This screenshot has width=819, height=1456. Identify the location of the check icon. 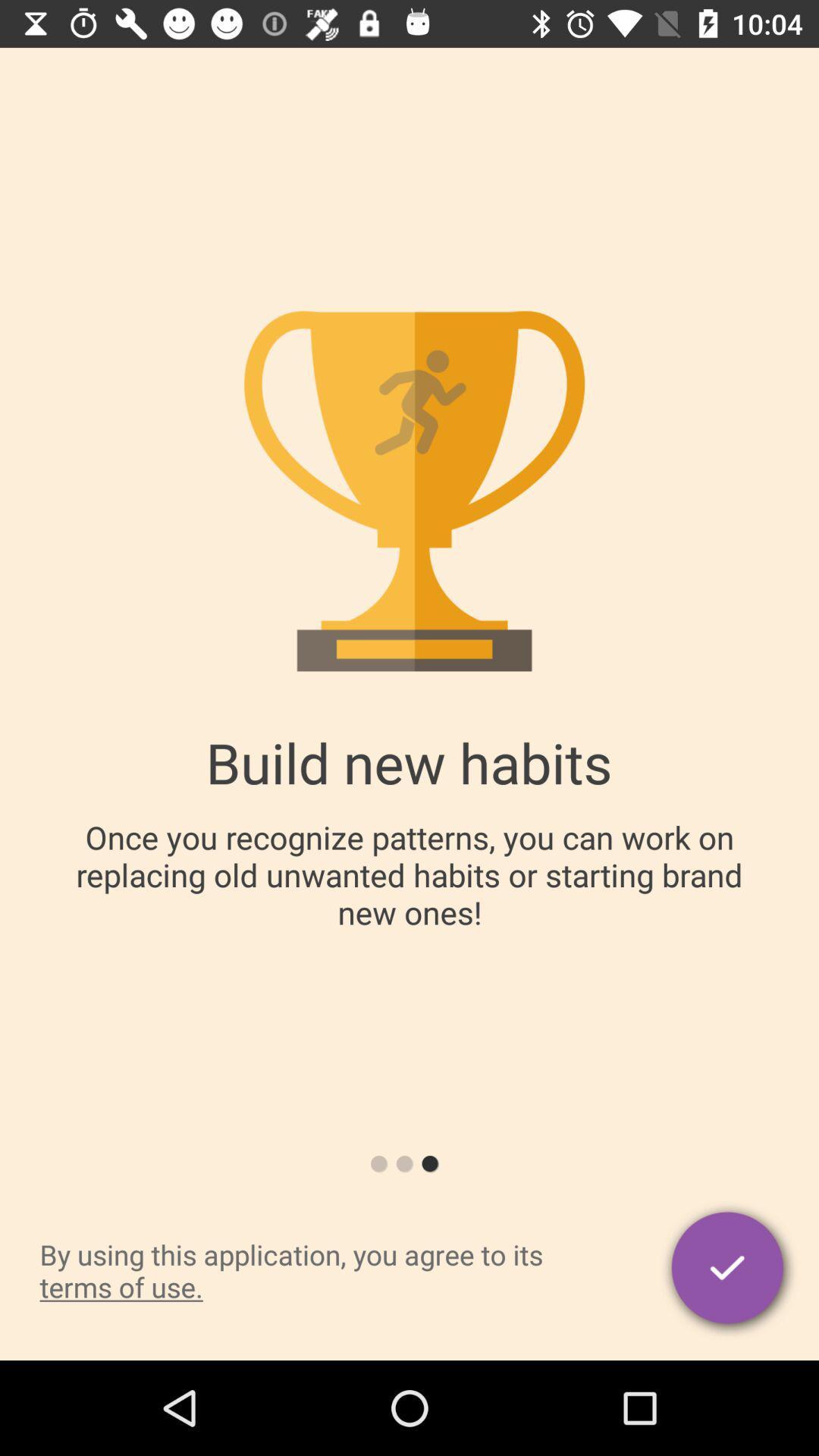
(728, 1270).